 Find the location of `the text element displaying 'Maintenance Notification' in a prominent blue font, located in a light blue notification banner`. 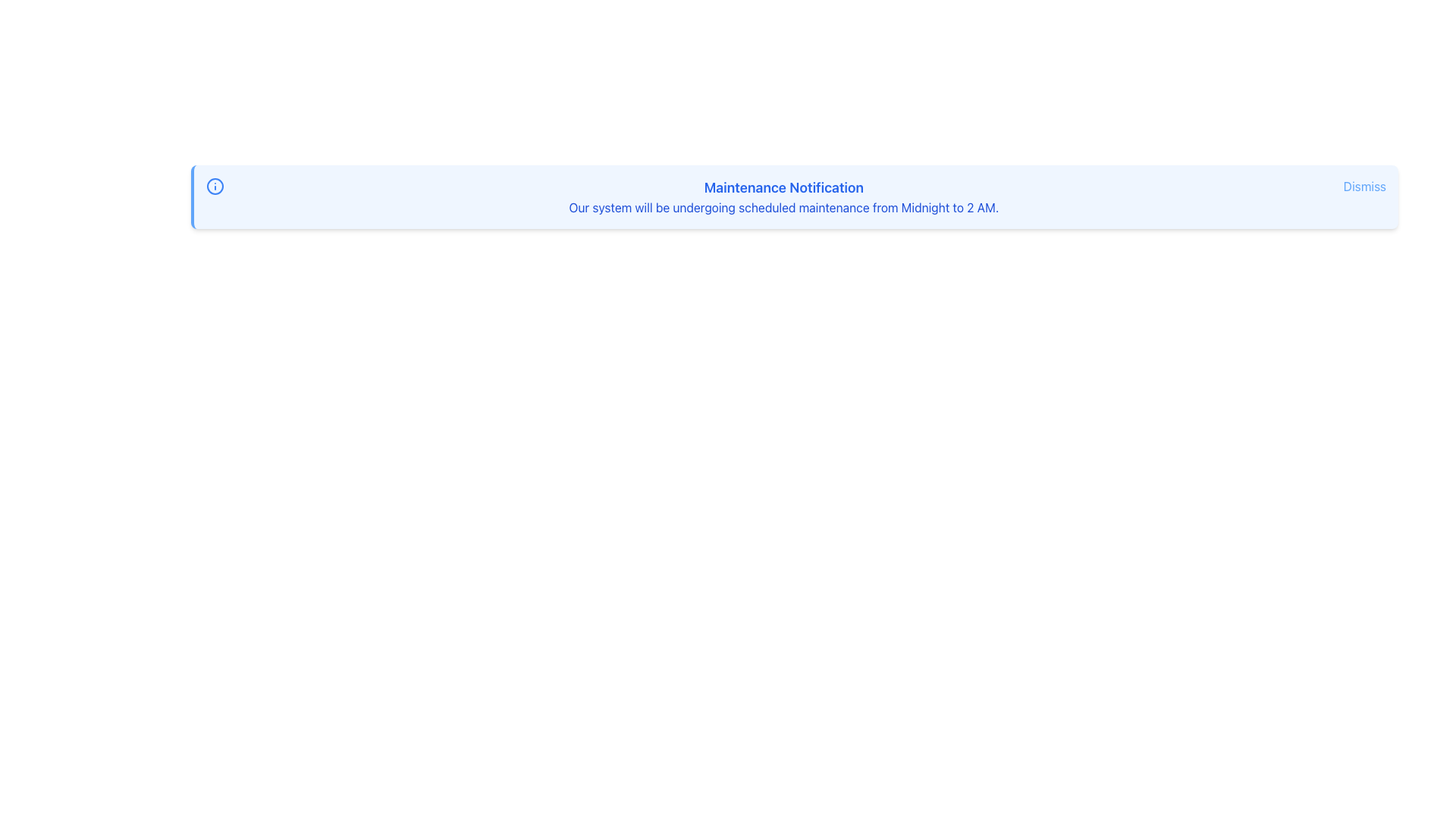

the text element displaying 'Maintenance Notification' in a prominent blue font, located in a light blue notification banner is located at coordinates (783, 187).